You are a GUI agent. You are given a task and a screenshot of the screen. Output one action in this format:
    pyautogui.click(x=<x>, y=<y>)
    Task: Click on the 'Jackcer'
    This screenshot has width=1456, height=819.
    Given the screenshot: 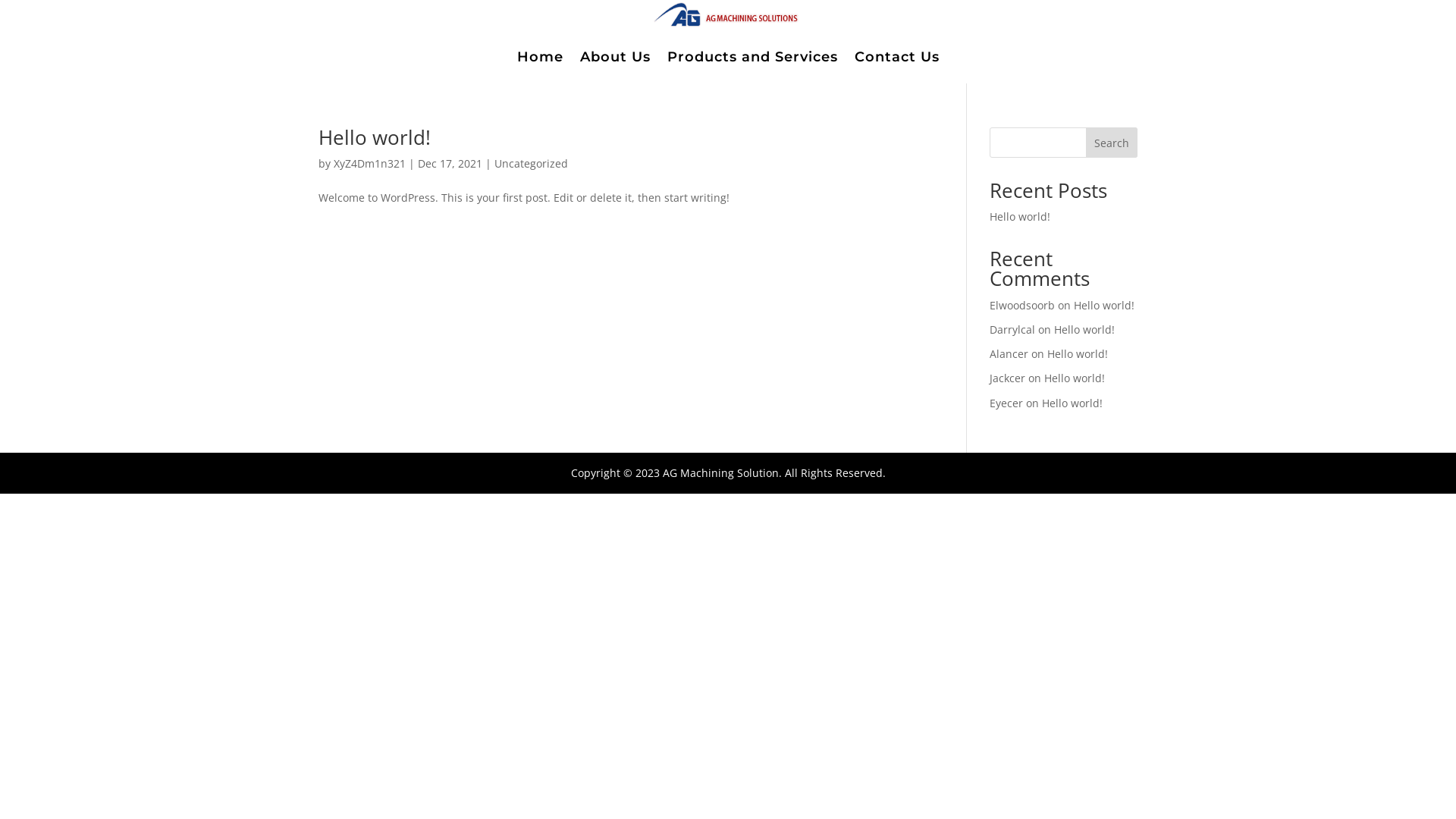 What is the action you would take?
    pyautogui.click(x=990, y=377)
    